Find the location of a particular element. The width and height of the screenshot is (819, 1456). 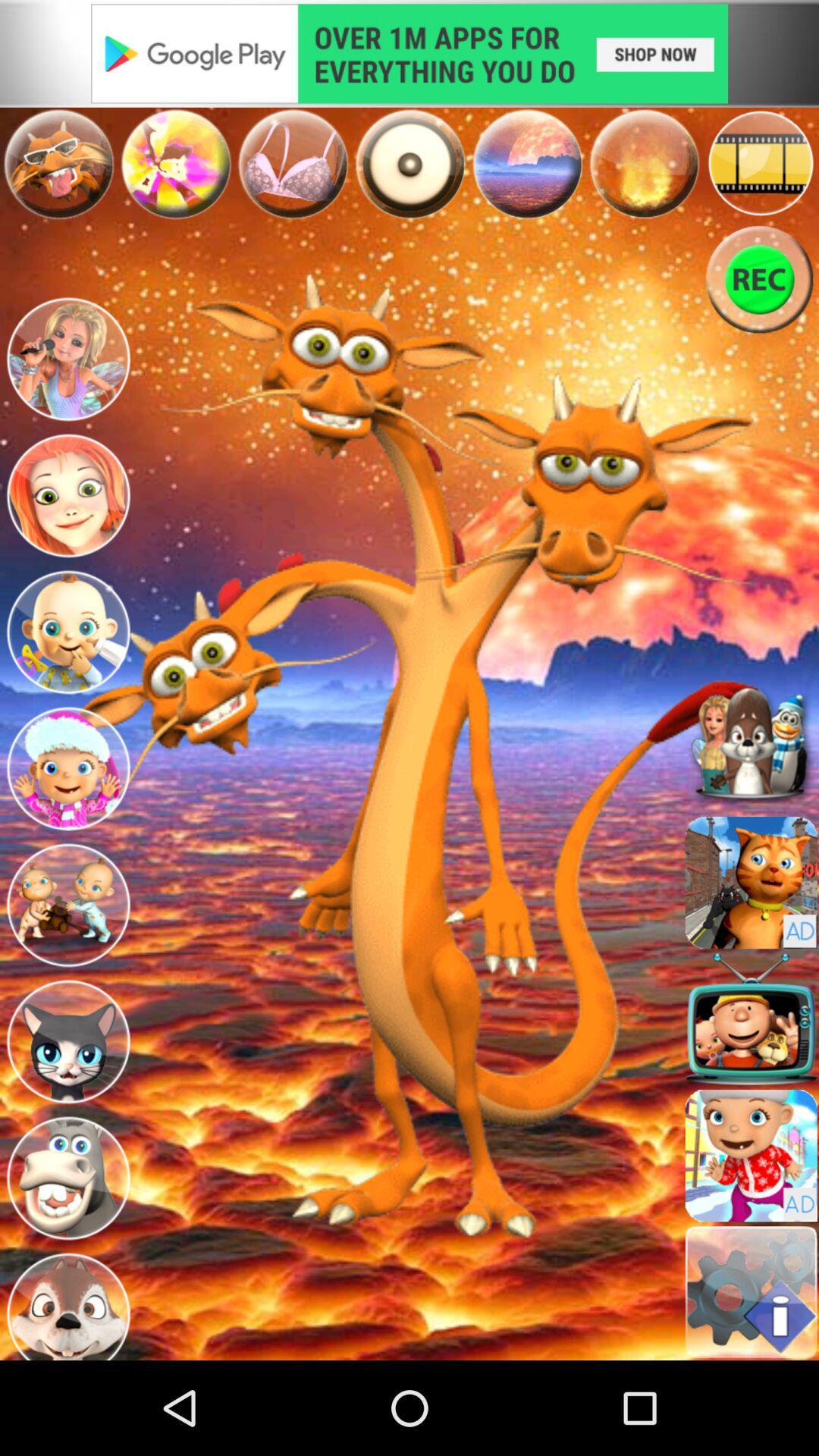

fire breathing options is located at coordinates (644, 163).